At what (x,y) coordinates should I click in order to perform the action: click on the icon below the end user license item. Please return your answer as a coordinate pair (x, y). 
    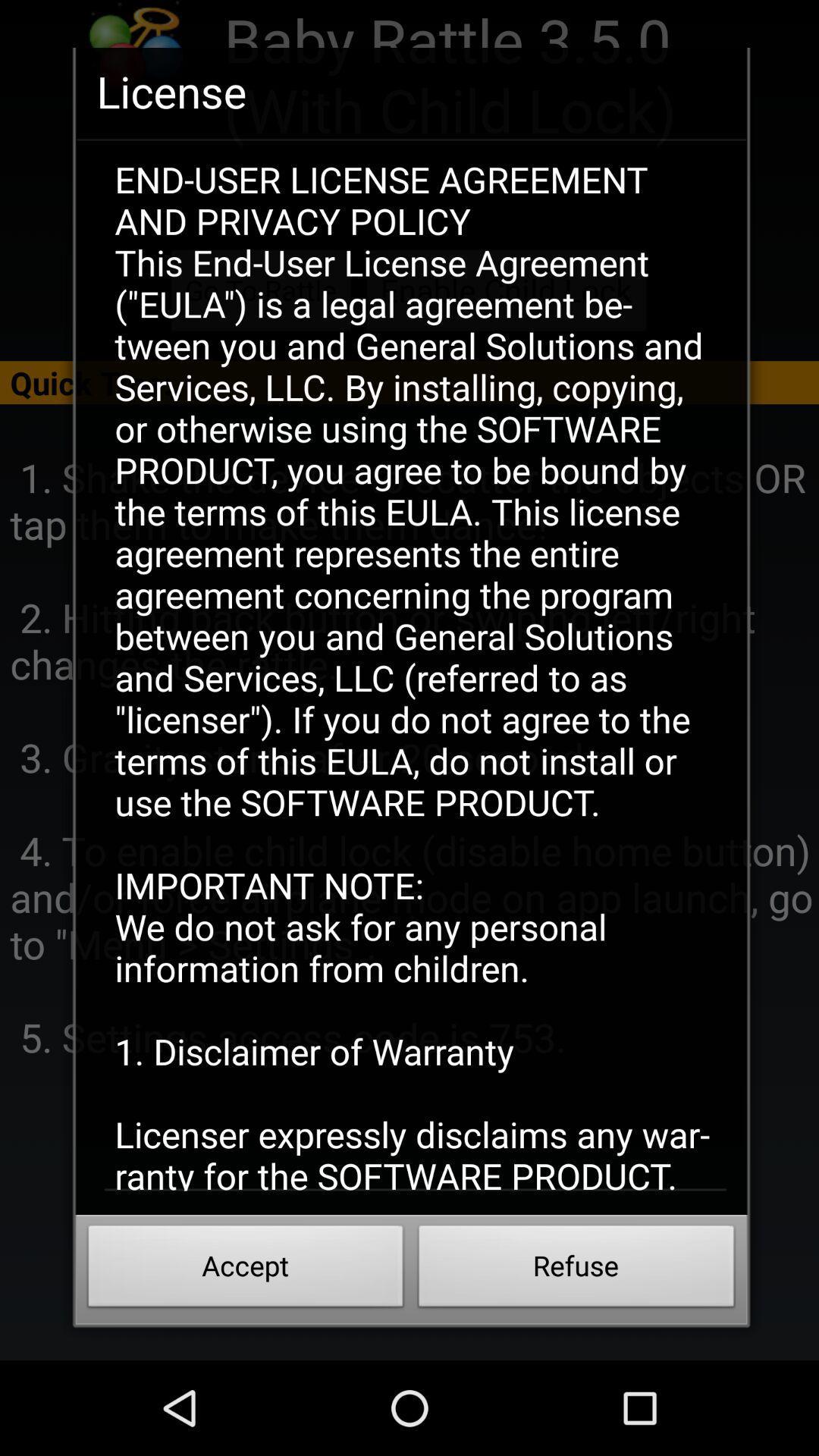
    Looking at the image, I should click on (576, 1270).